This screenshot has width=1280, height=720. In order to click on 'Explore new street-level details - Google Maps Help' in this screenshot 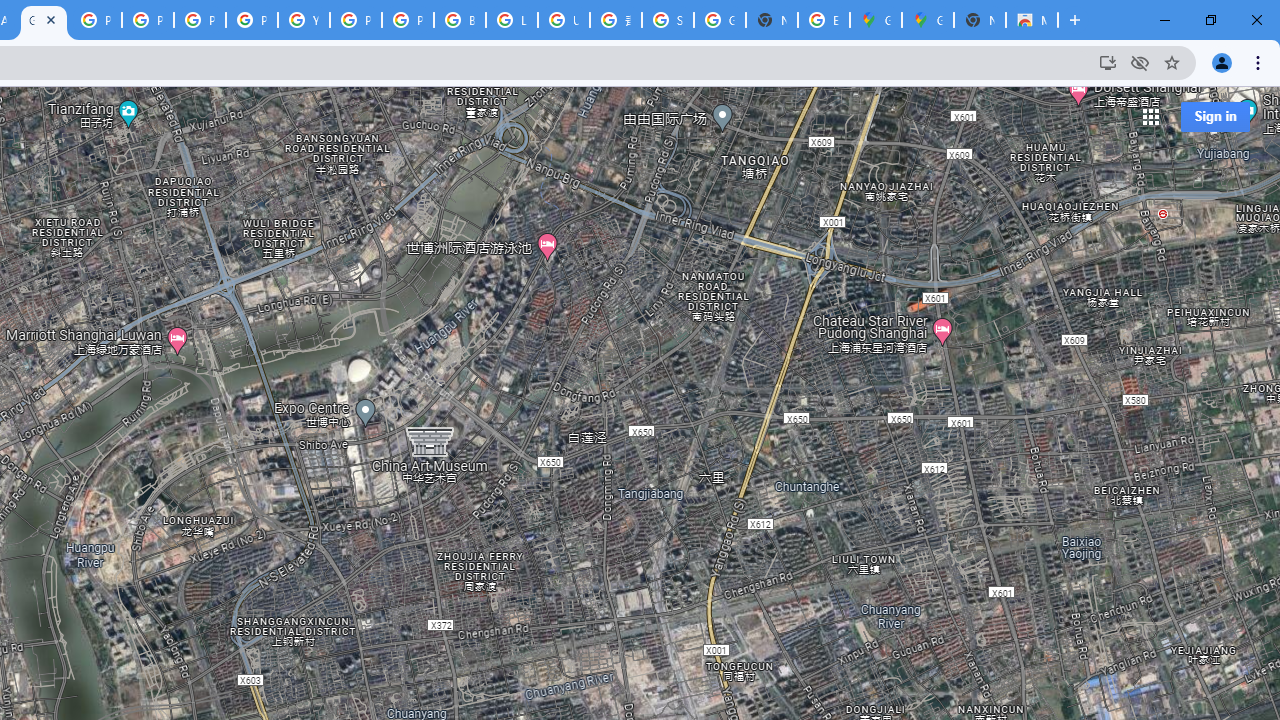, I will do `click(823, 20)`.